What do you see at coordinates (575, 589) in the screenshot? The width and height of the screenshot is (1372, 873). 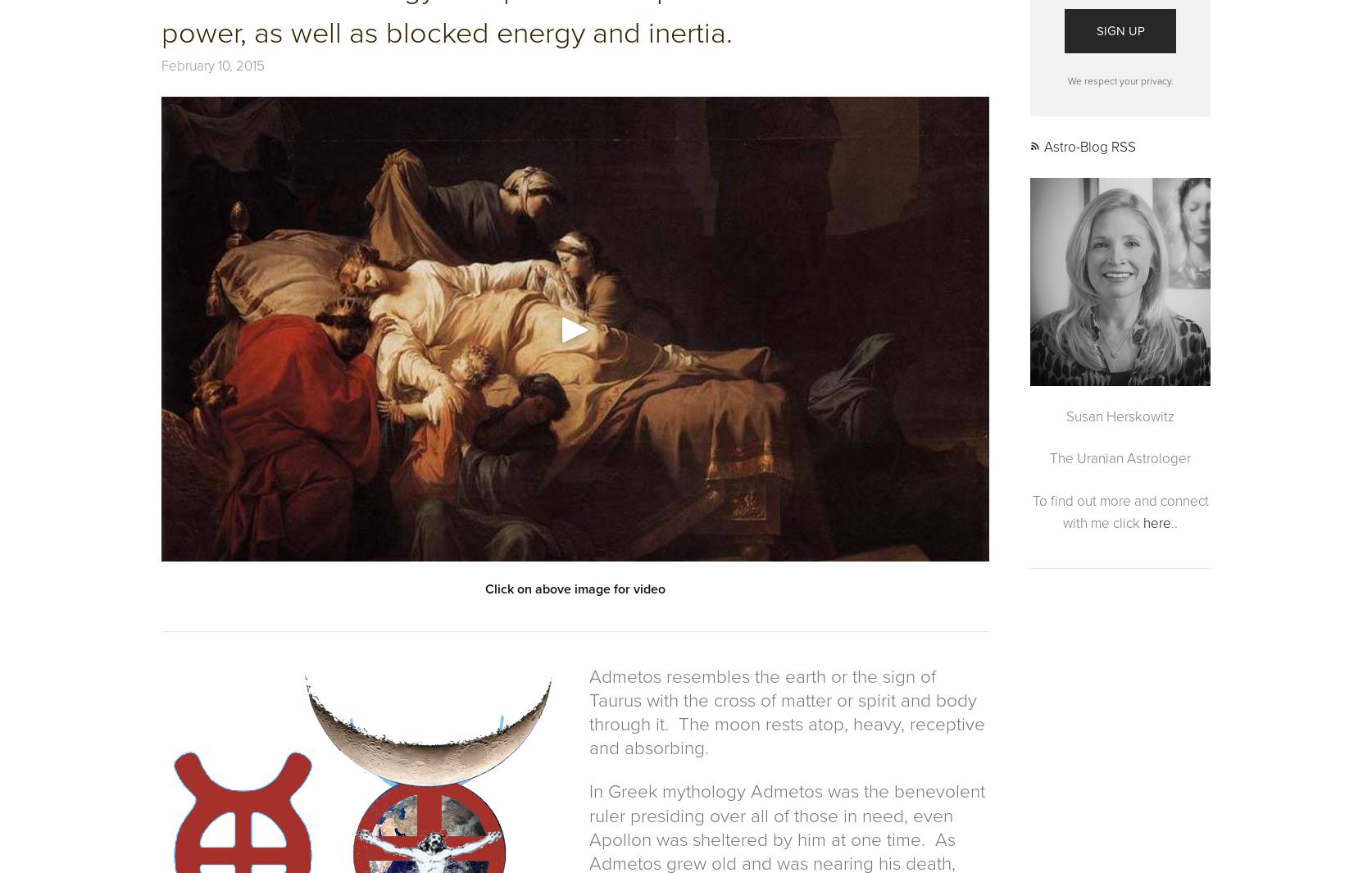 I see `'Click on above image for video'` at bounding box center [575, 589].